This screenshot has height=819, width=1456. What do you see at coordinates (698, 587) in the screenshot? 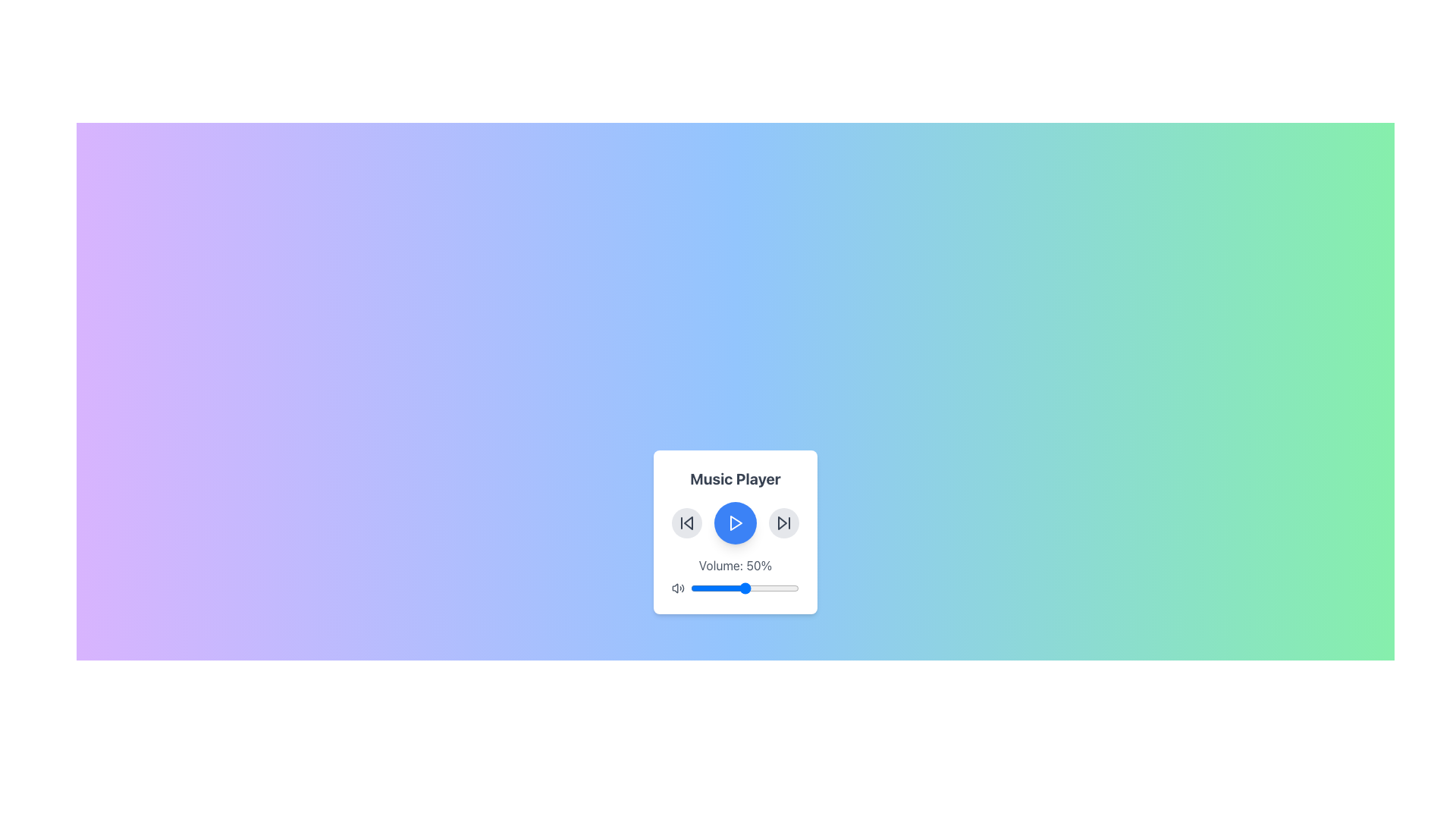
I see `volume level` at bounding box center [698, 587].